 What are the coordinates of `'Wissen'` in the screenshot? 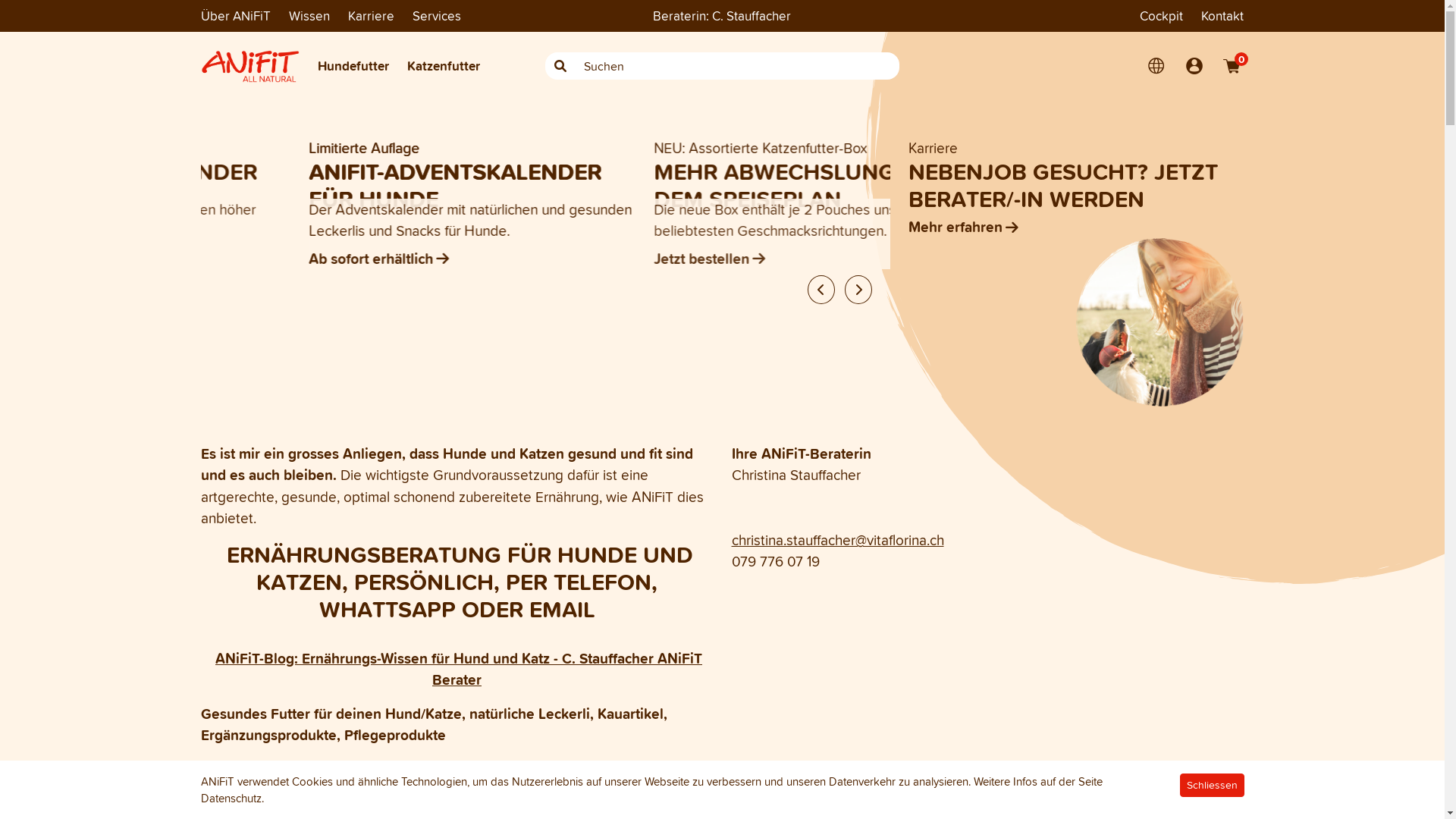 It's located at (308, 15).